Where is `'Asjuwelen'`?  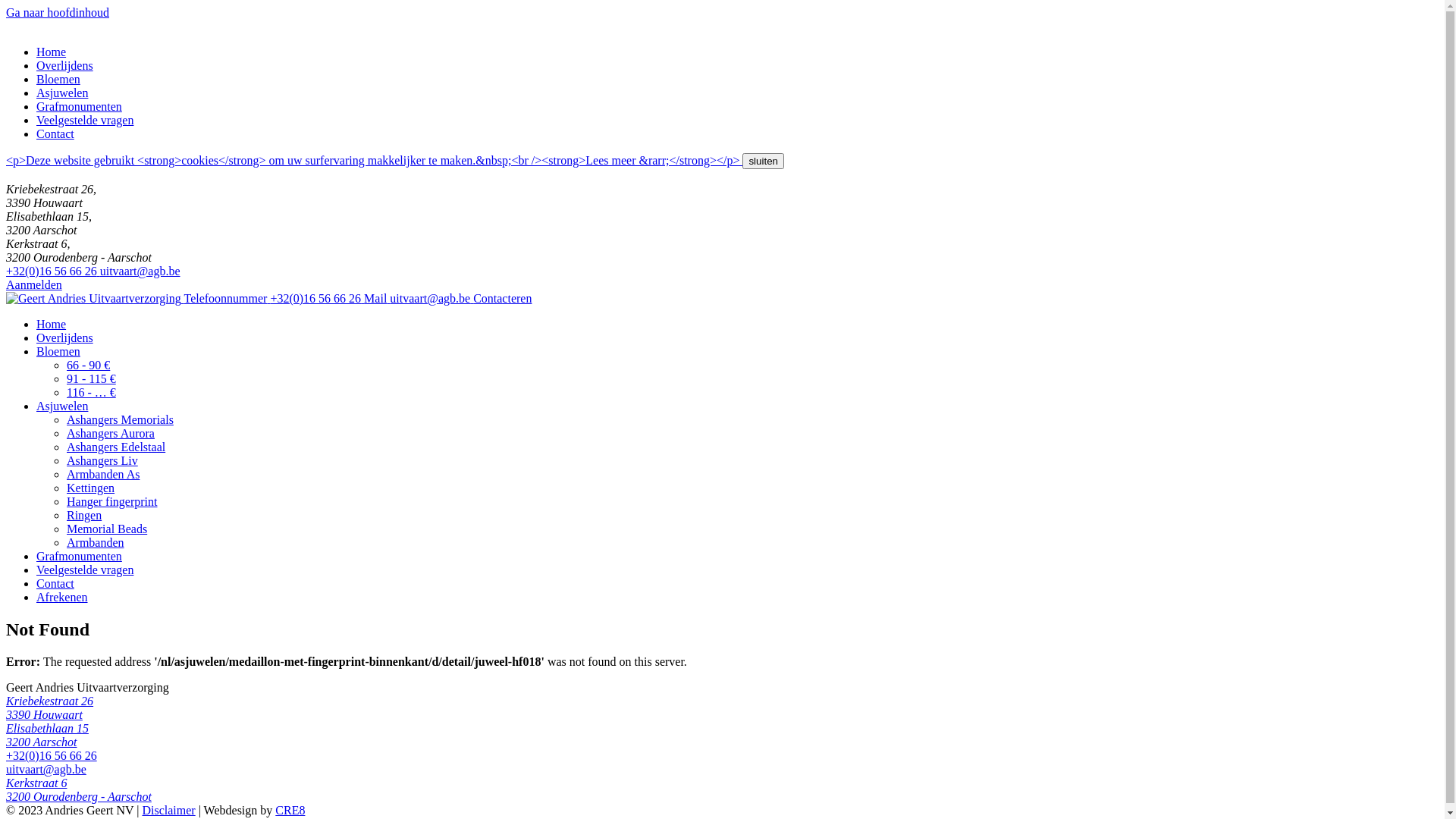 'Asjuwelen' is located at coordinates (36, 93).